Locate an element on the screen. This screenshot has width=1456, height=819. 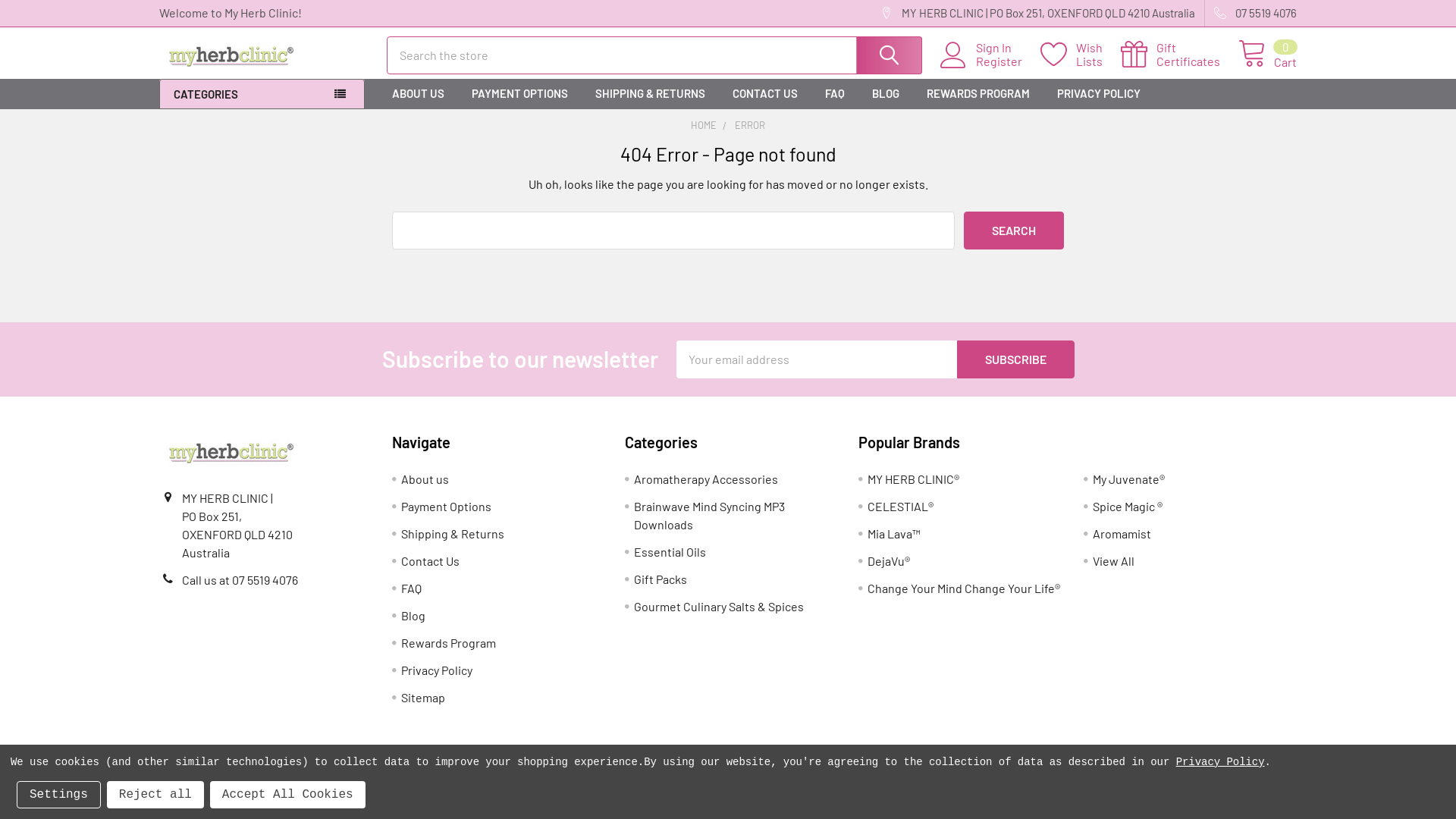
'Cart is located at coordinates (1238, 54).